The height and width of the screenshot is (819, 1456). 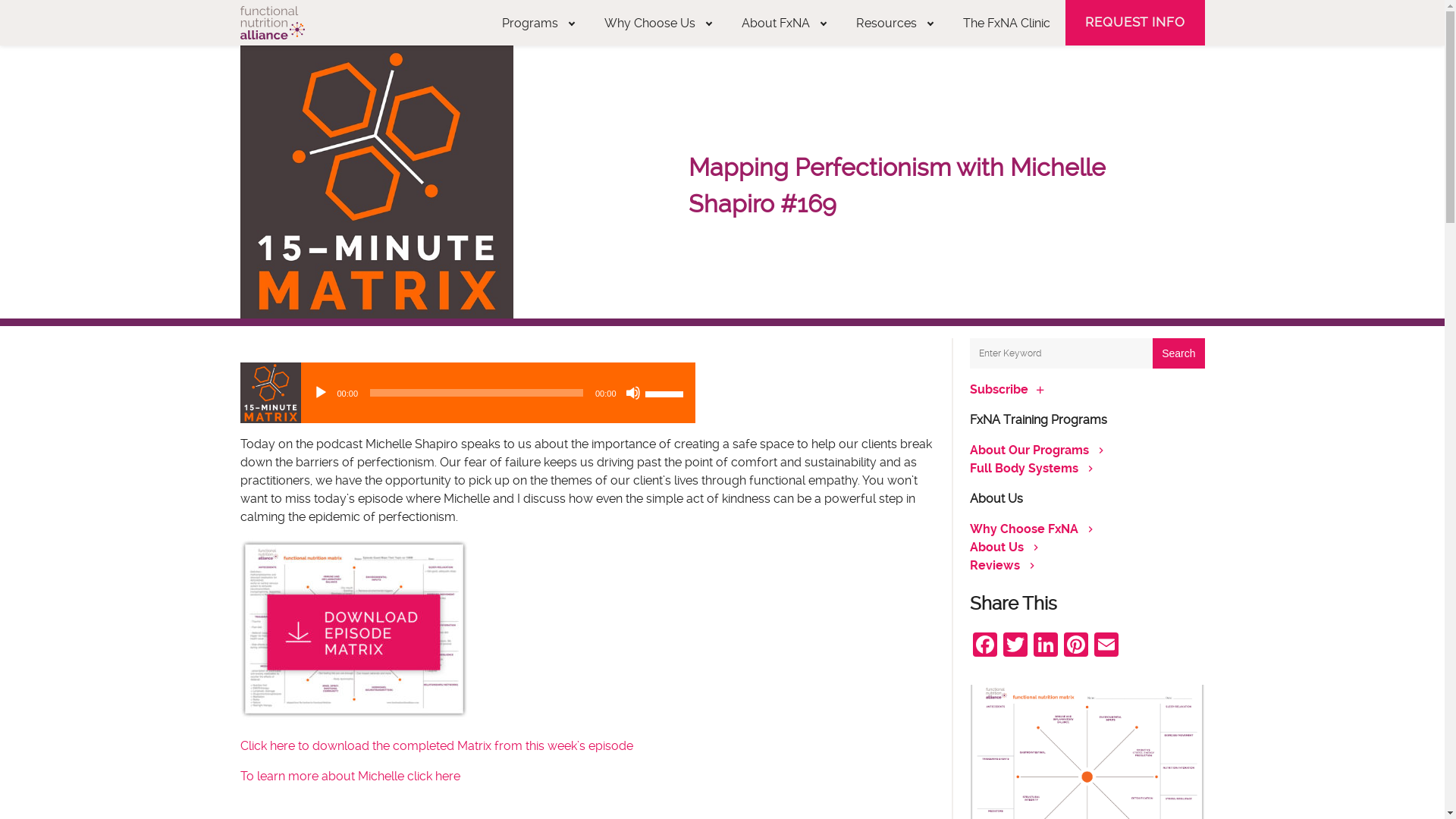 What do you see at coordinates (783, 23) in the screenshot?
I see `'About FxNA'` at bounding box center [783, 23].